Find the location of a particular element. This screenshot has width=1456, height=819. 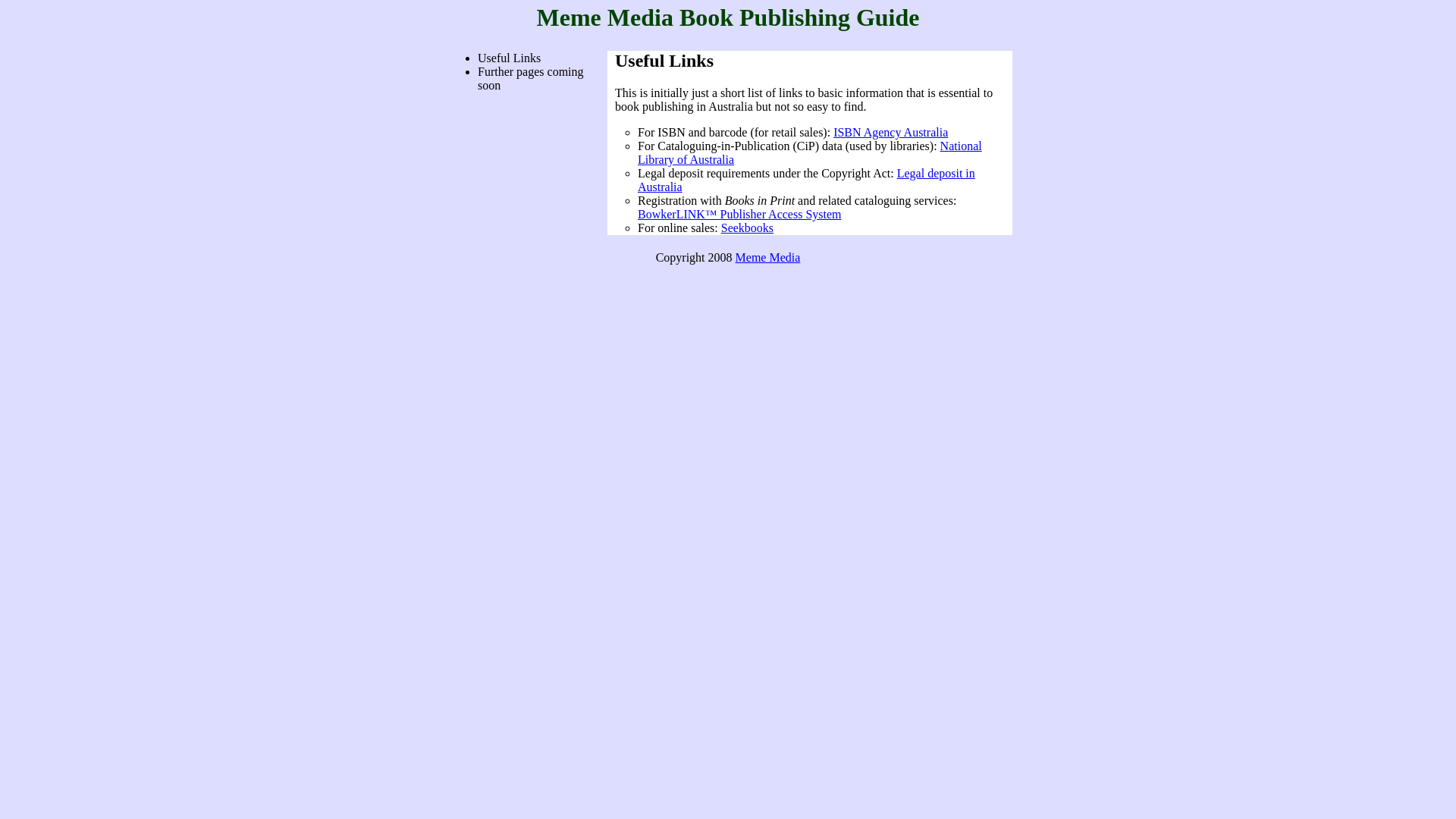

'ISBN Agency Australia' is located at coordinates (890, 131).